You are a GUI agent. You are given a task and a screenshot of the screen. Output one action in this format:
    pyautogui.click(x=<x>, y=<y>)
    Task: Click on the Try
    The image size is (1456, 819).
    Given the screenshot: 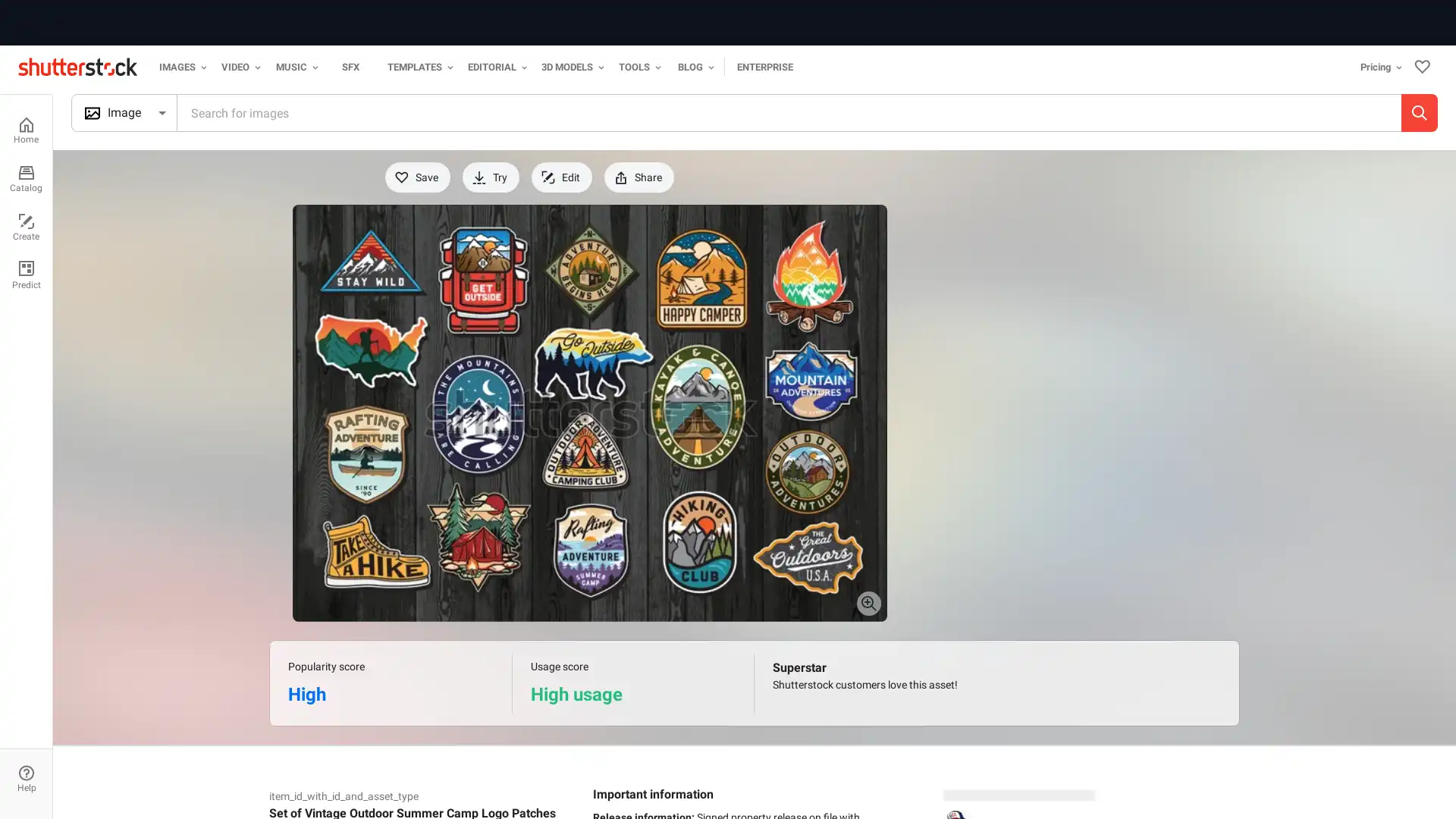 What is the action you would take?
    pyautogui.click(x=467, y=177)
    